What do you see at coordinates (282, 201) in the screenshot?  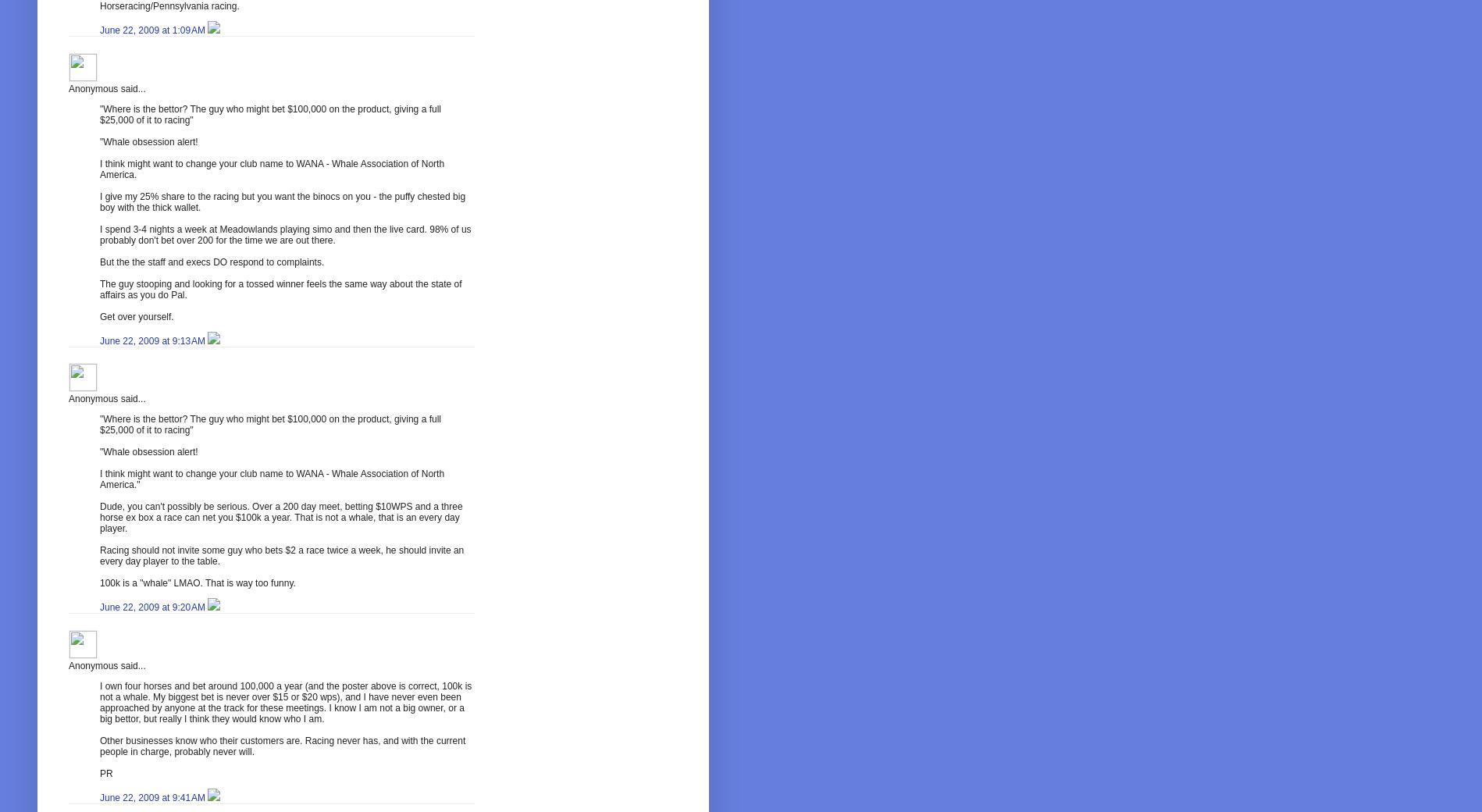 I see `'I give my 25% share to the racing but you want the binocs on you - the puffy chested big boy with the thick wallet.'` at bounding box center [282, 201].